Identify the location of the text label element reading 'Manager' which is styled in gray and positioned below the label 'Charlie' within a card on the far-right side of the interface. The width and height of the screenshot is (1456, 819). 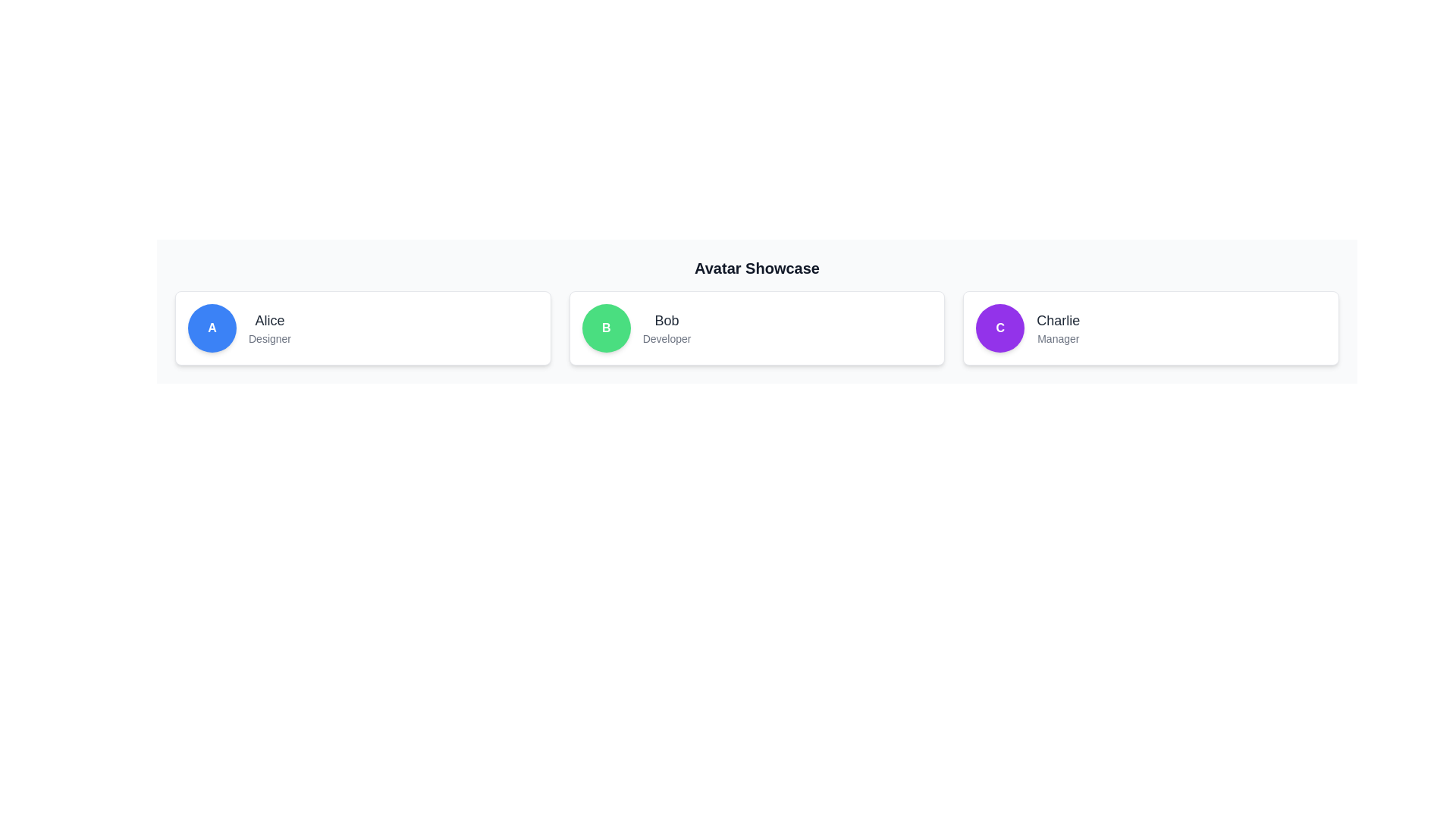
(1057, 338).